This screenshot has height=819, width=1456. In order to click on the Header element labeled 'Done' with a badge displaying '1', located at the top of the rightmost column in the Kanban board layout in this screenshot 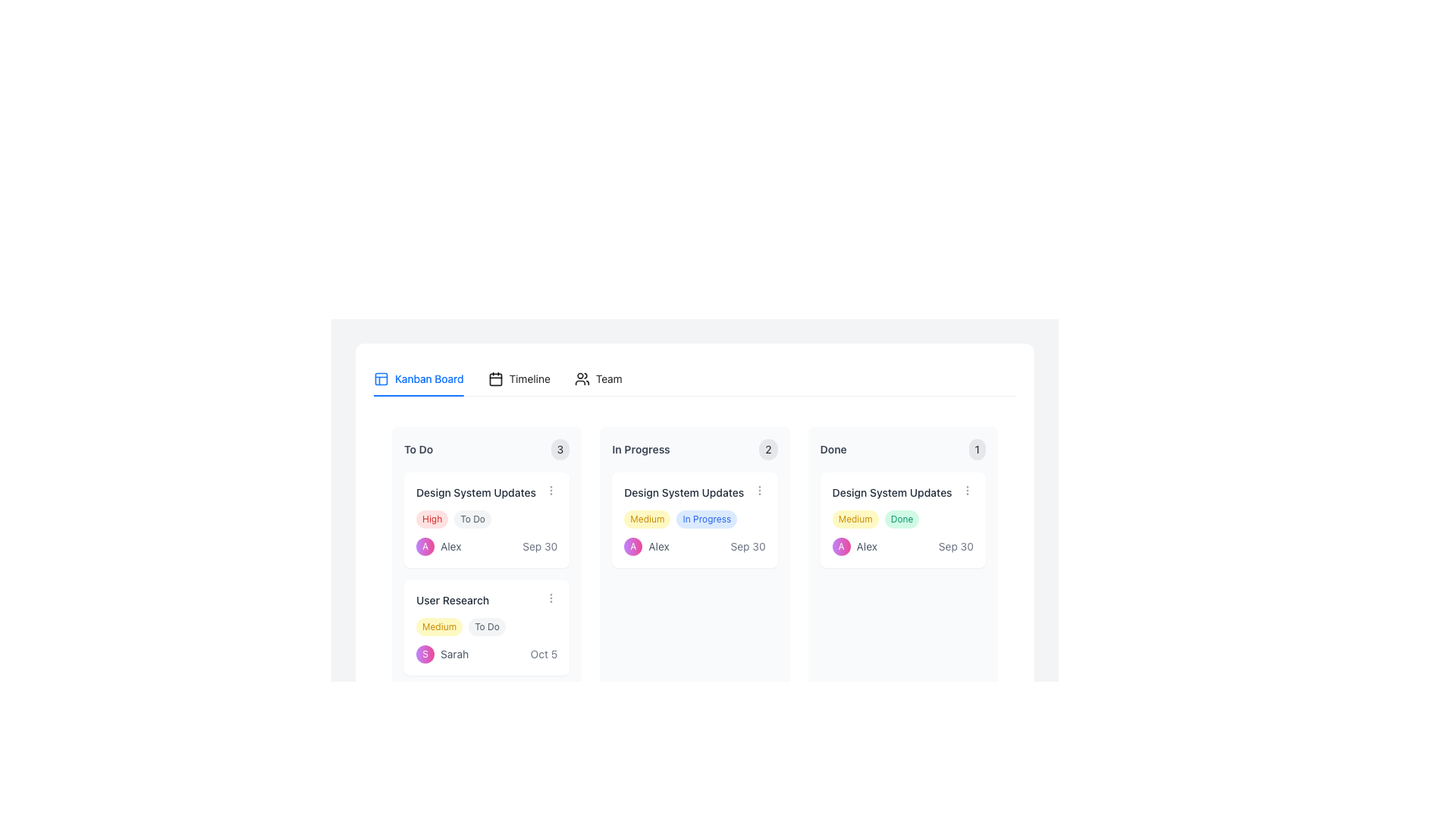, I will do `click(902, 449)`.